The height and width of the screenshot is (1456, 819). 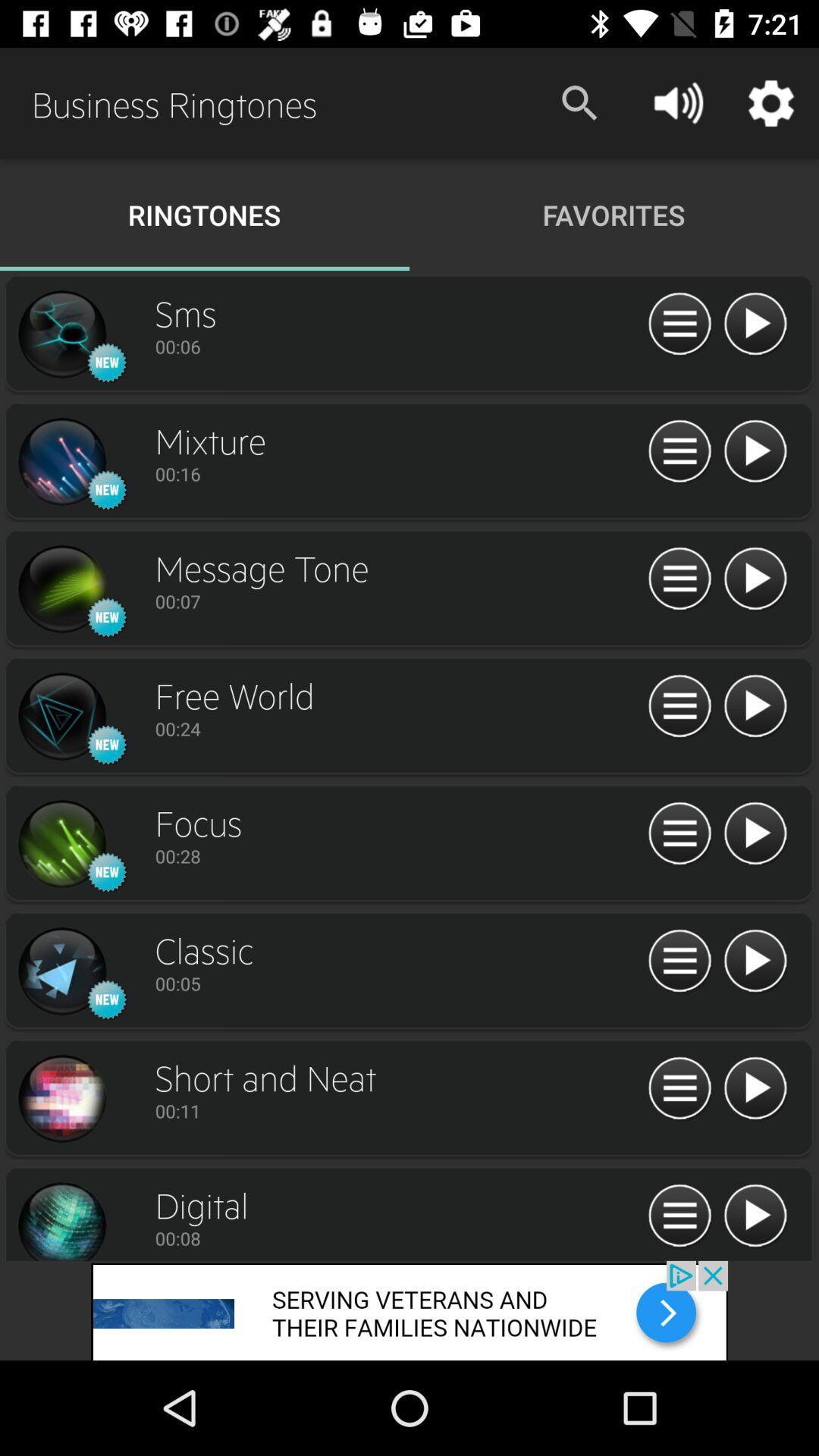 What do you see at coordinates (679, 706) in the screenshot?
I see `customize` at bounding box center [679, 706].